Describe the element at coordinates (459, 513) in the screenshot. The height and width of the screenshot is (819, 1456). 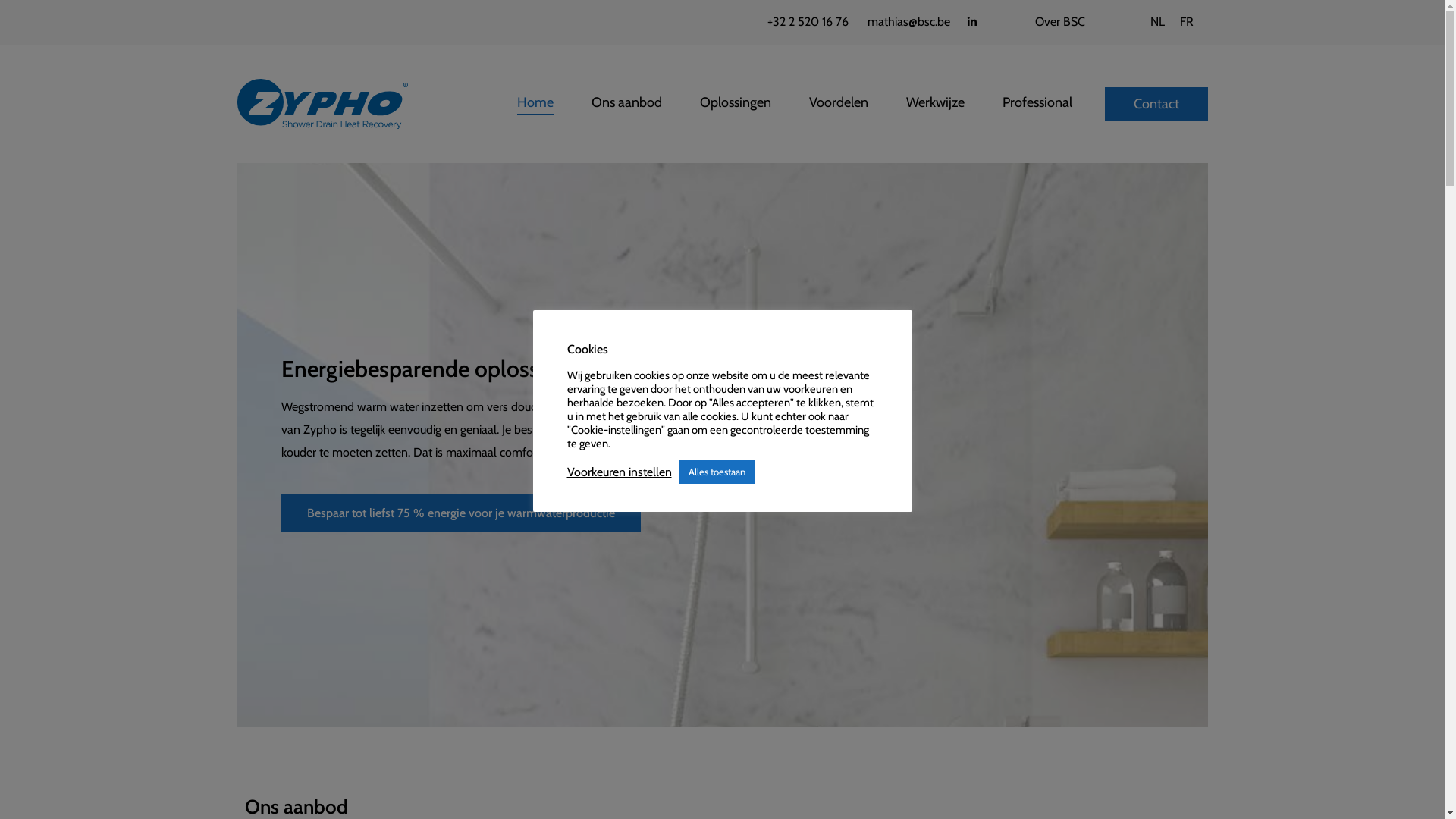
I see `'Bespaar tot liefst 75 % energie voor je warmwaterproductie'` at that location.